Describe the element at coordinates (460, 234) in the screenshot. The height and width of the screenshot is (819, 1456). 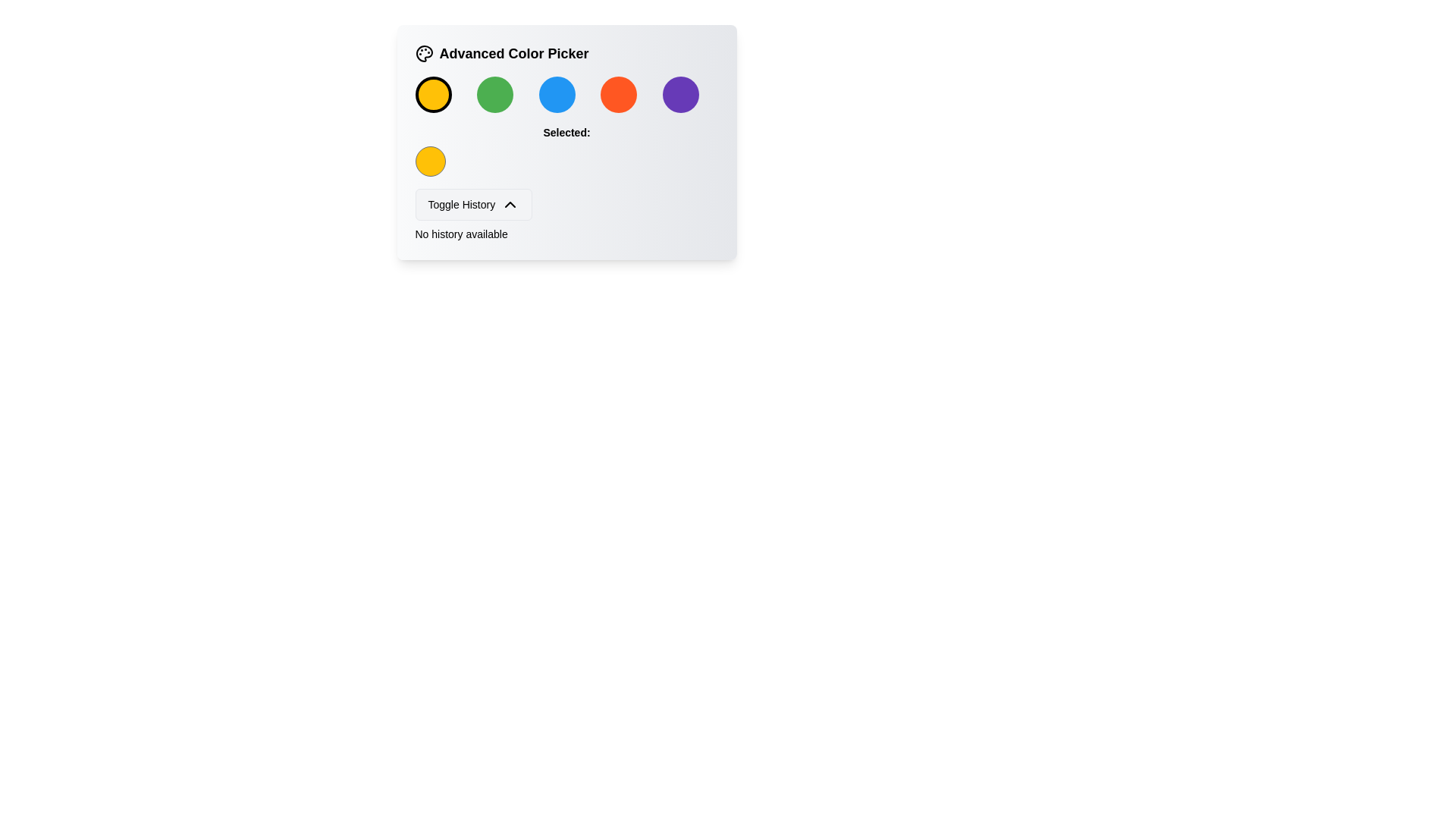
I see `the static text label indicating that there is no history data currently available, located beneath the 'Toggle History' button in the history section of the main card layout` at that location.